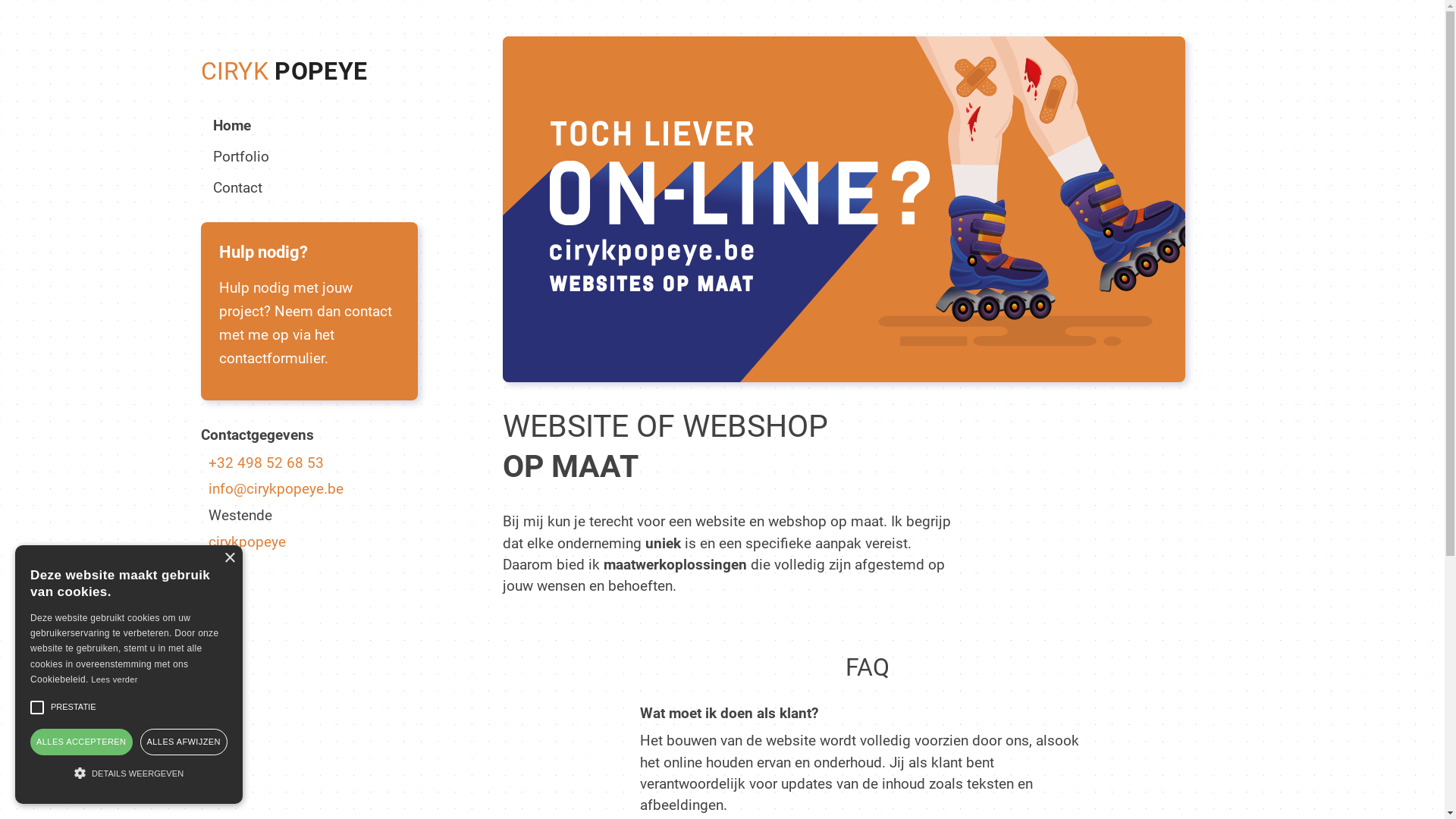 The image size is (1456, 819). What do you see at coordinates (239, 156) in the screenshot?
I see `'Portfolio'` at bounding box center [239, 156].